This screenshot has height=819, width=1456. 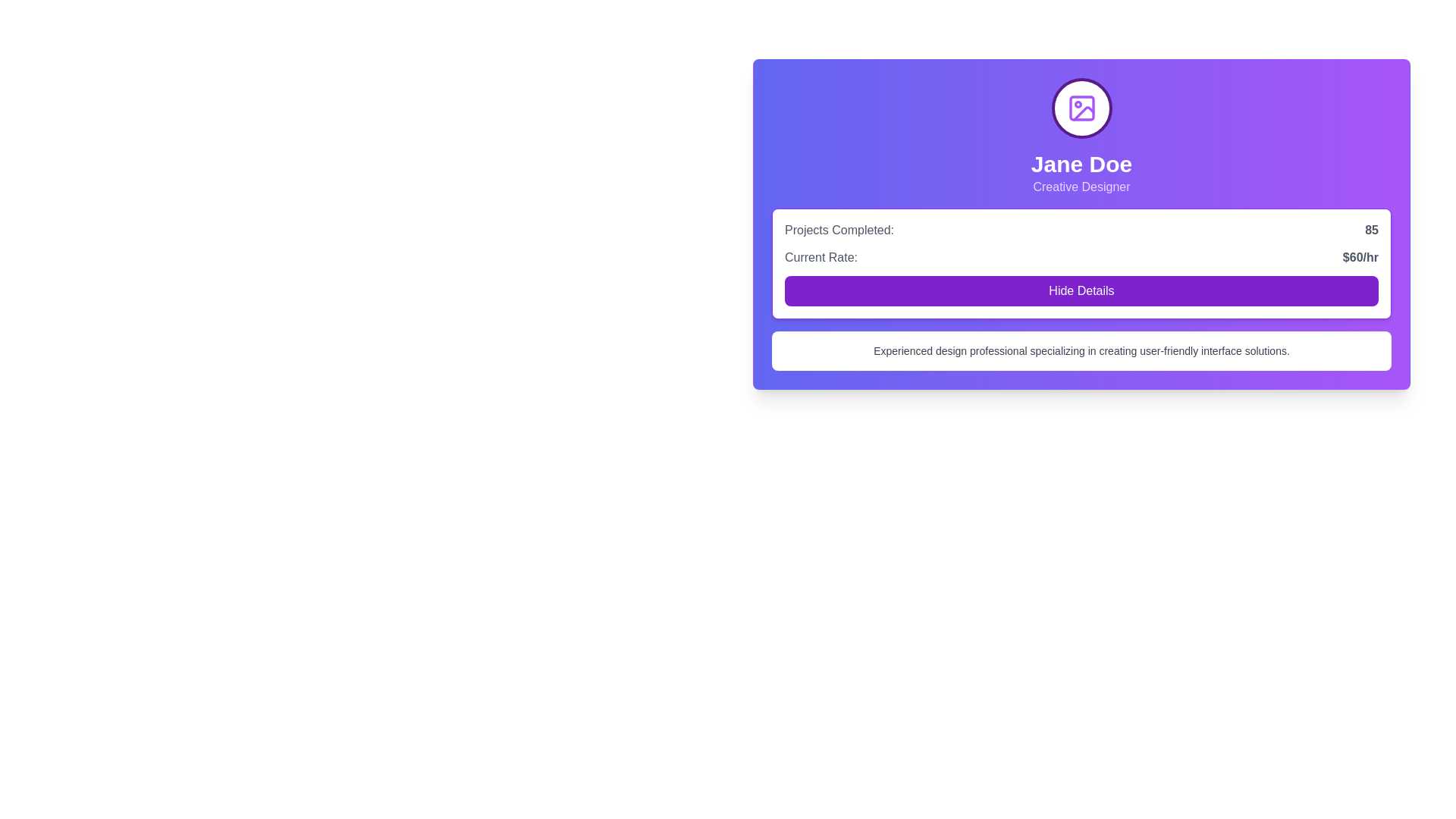 I want to click on the profile image placeholder icon located centrally above the name 'Jane Doe' in the top portion of the card, so click(x=1081, y=107).